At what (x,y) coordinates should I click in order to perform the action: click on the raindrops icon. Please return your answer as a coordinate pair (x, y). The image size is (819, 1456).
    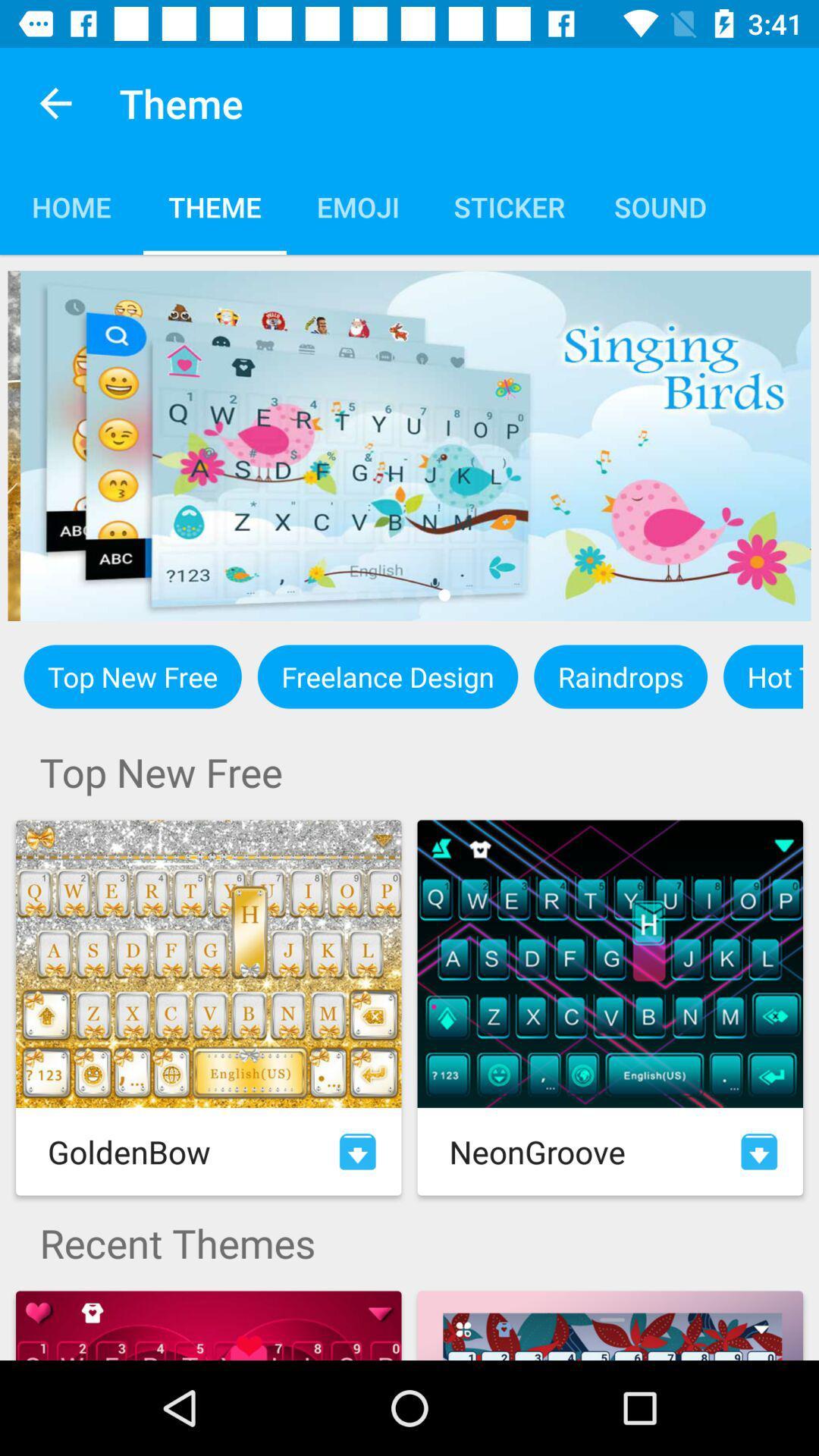
    Looking at the image, I should click on (620, 676).